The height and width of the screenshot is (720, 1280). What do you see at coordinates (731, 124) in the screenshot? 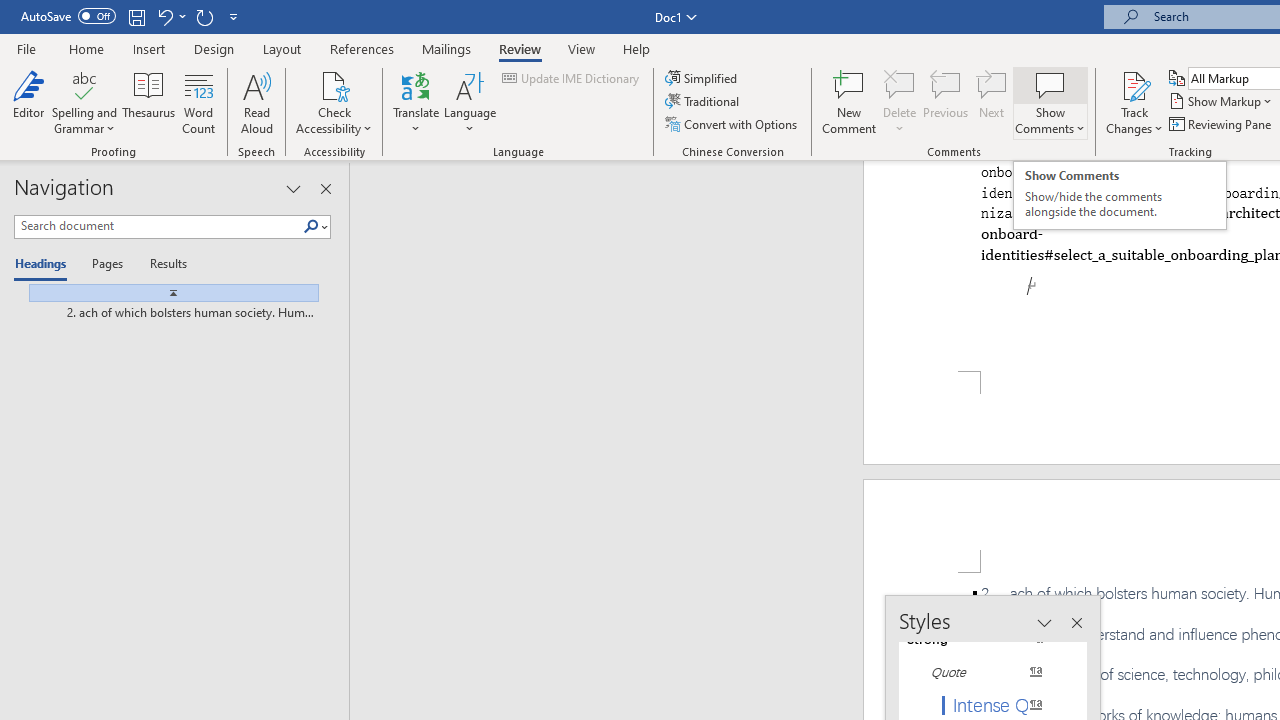
I see `'Convert with Options...'` at bounding box center [731, 124].